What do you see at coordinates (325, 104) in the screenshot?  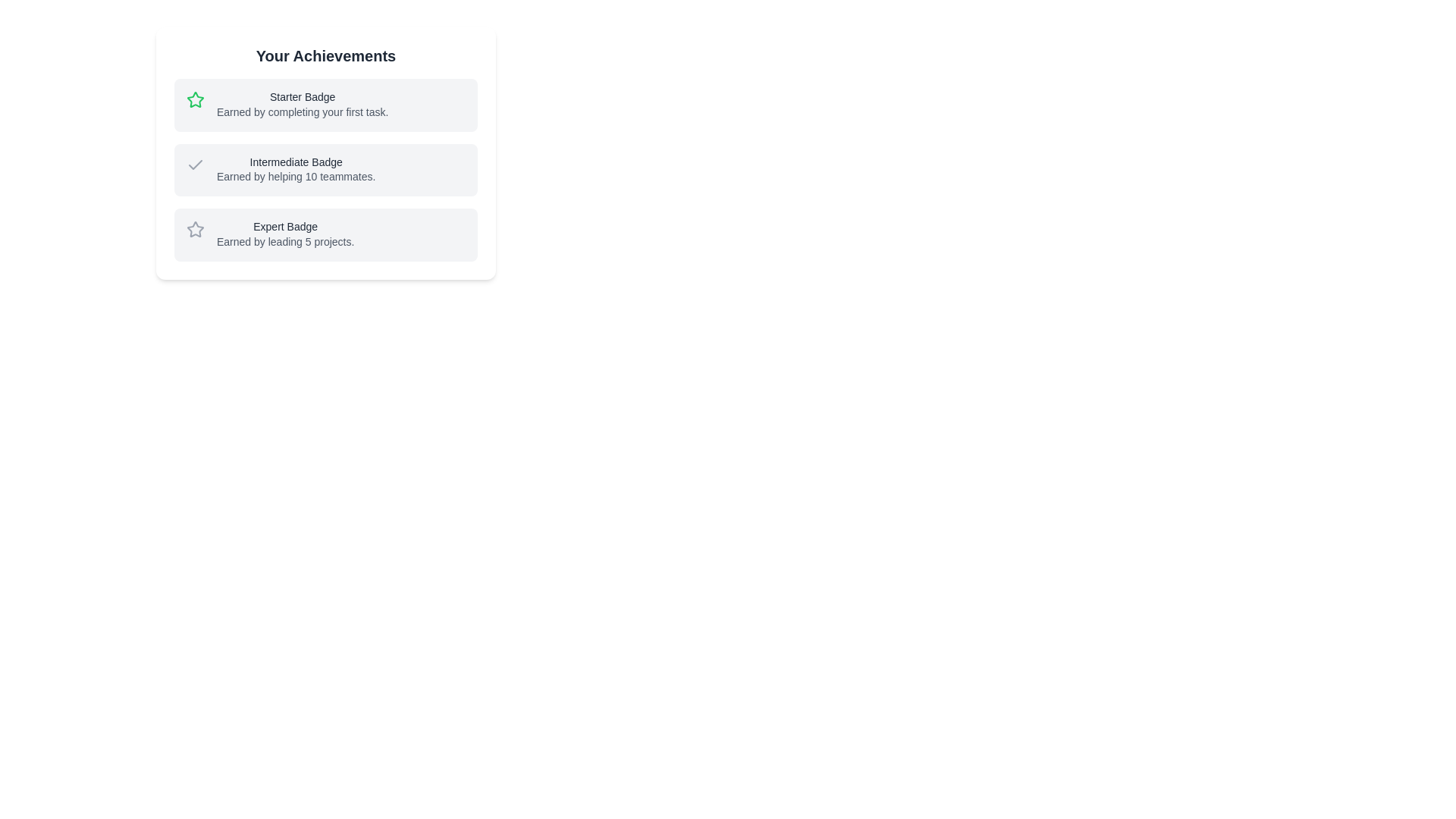 I see `the Achievement Badge that has a gray background, a green star icon, and the text 'Starter Badge' followed by 'Earned by completing your first task.'` at bounding box center [325, 104].